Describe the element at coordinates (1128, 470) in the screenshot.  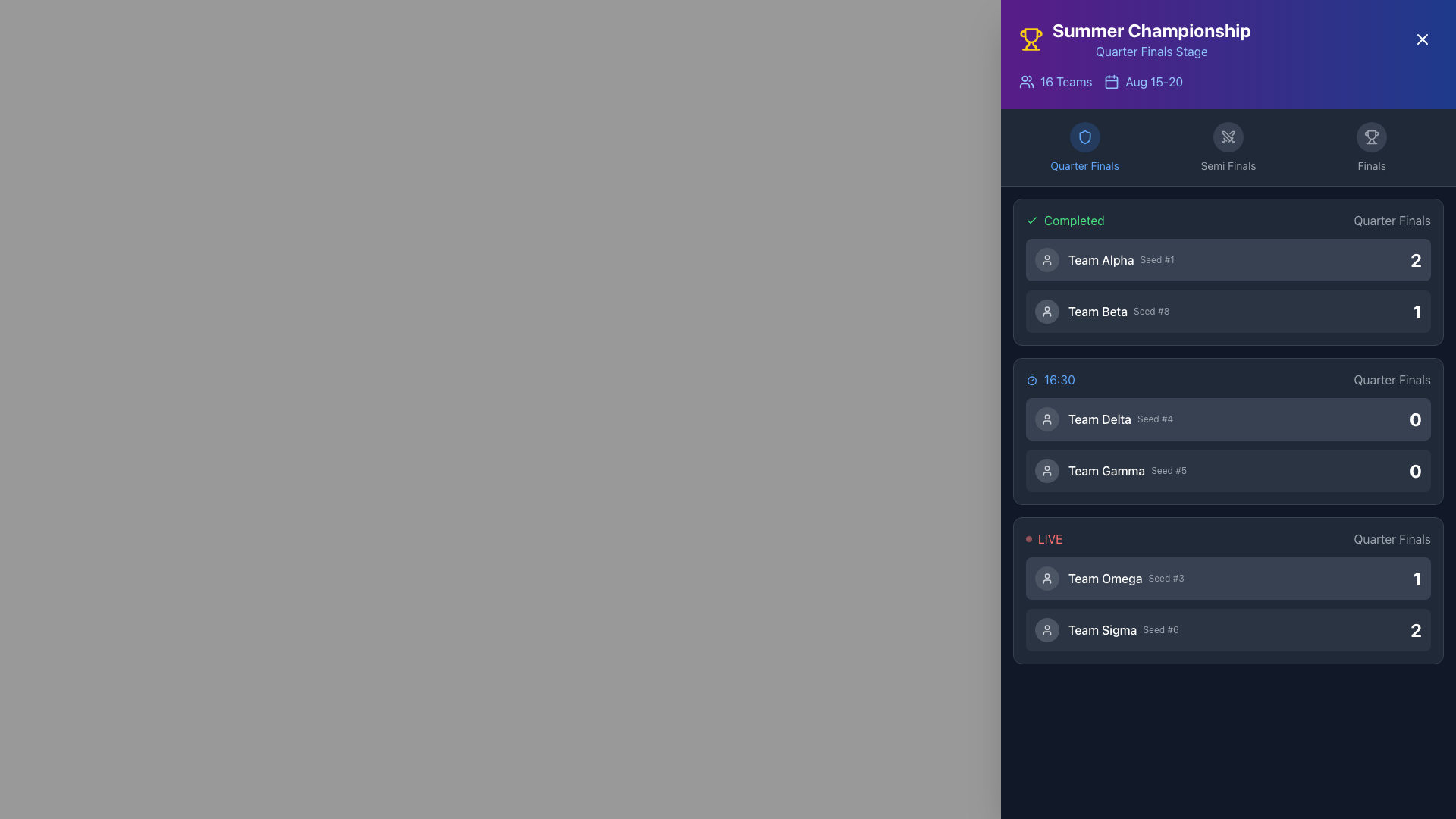
I see `text content displayed in the Text Label showing 'Team Gamma' and 'Seed #5', located under the '16:30 Quarter Finals' section on the right-side panel of the interface` at that location.